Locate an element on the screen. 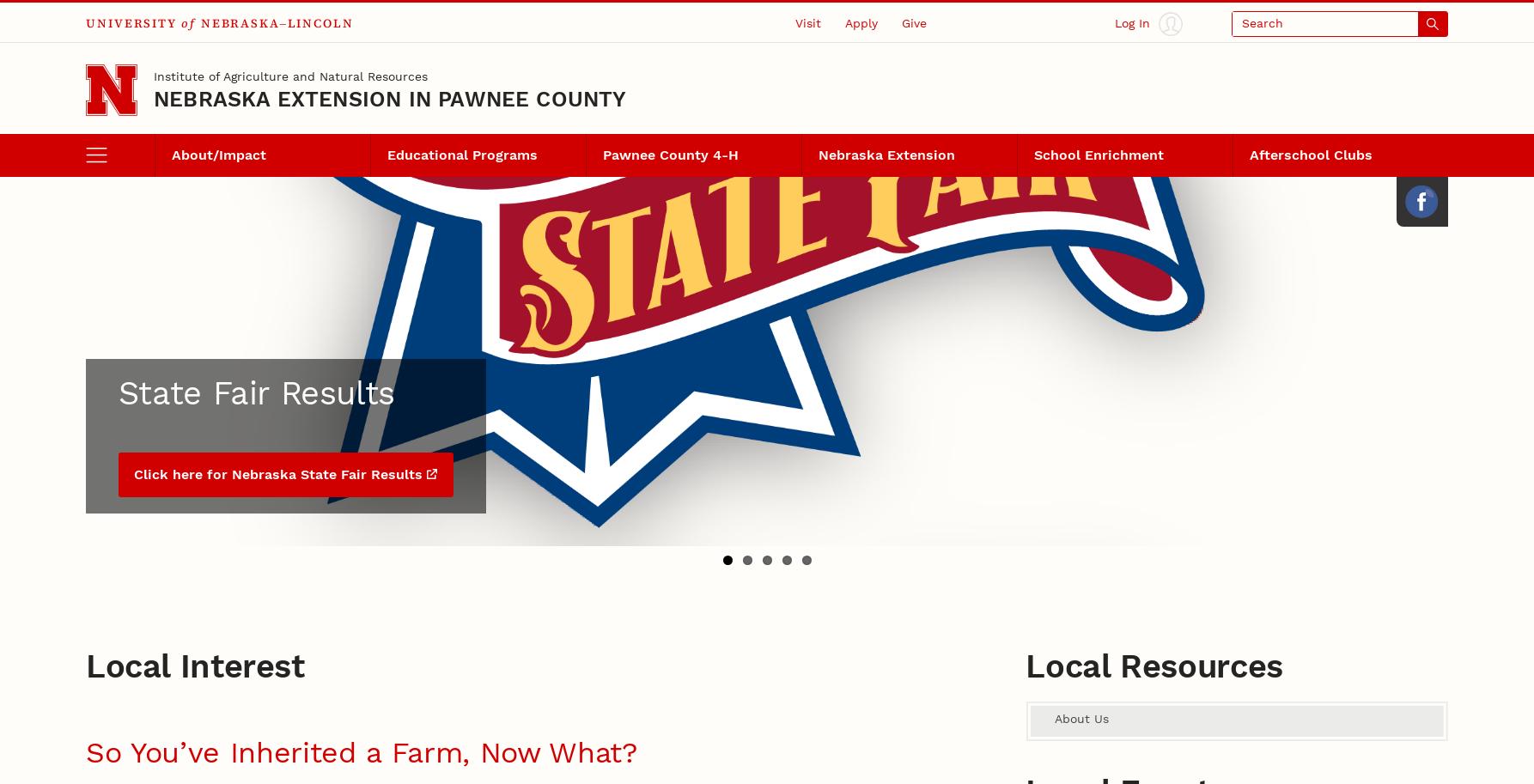  'Reporter's Handbook' is located at coordinates (585, 221).